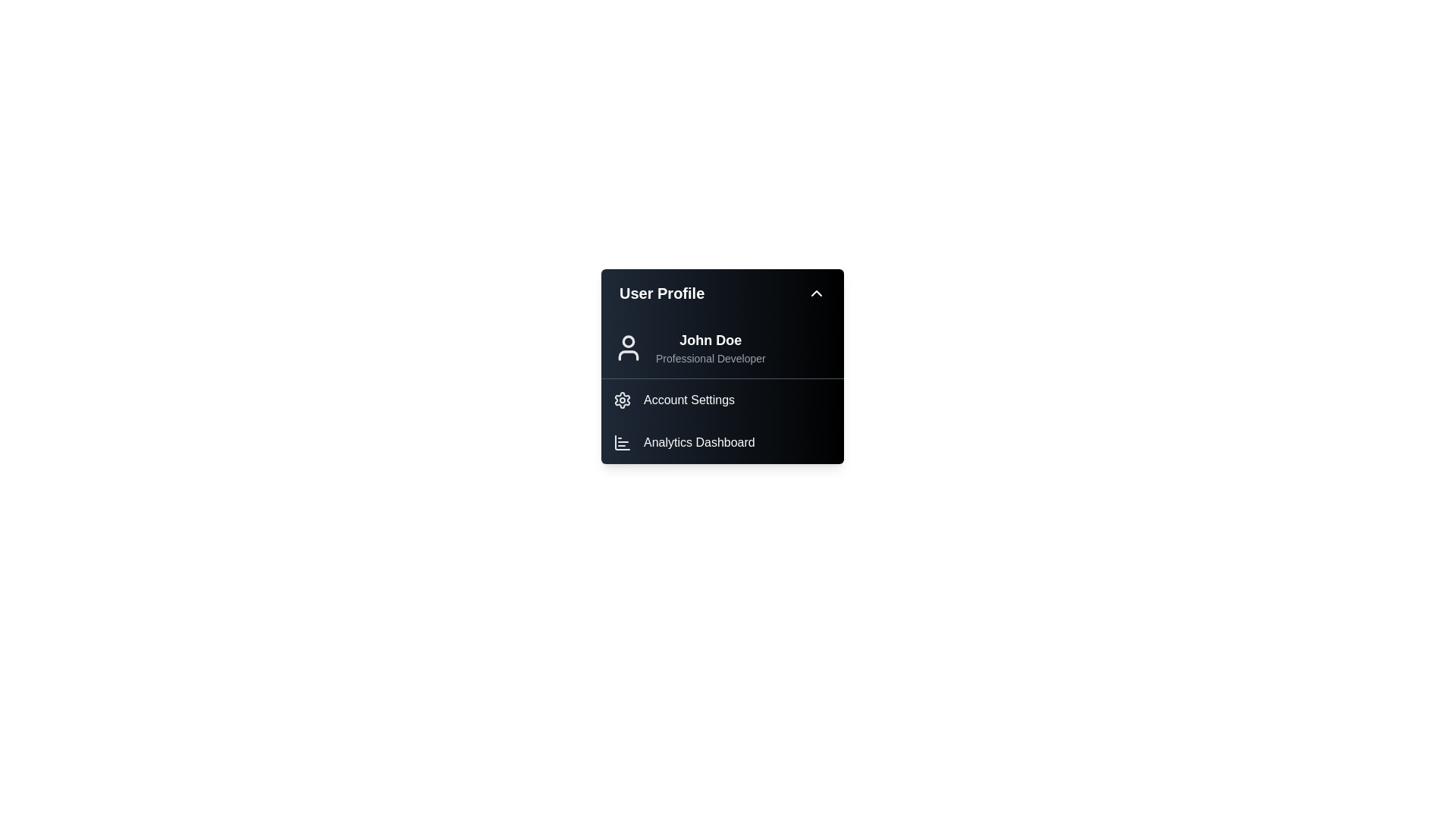 The image size is (1456, 819). What do you see at coordinates (722, 293) in the screenshot?
I see `the 'User Profile' button to toggle the menu visibility` at bounding box center [722, 293].